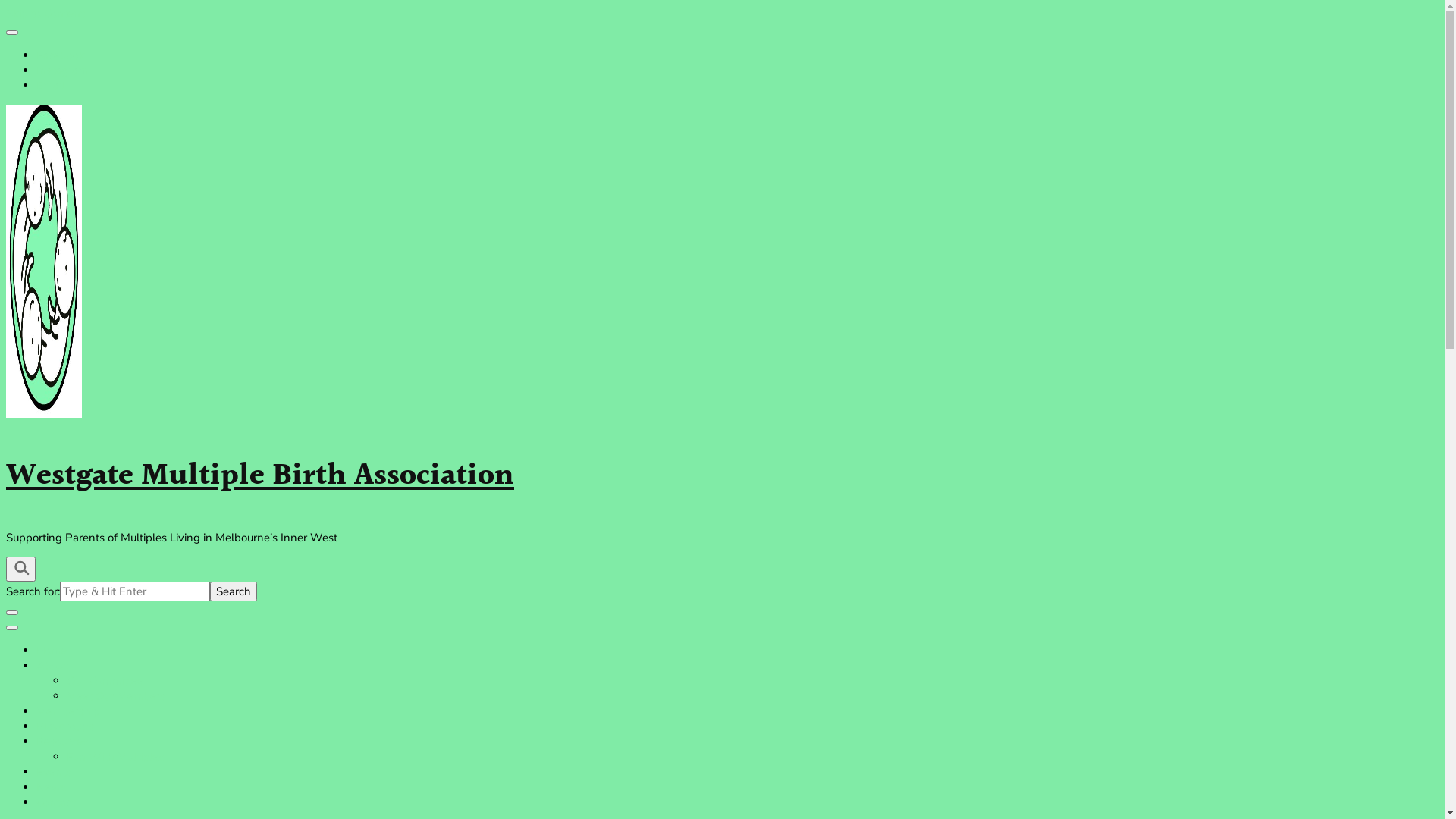 This screenshot has height=819, width=1456. What do you see at coordinates (36, 665) in the screenshot?
I see `'About'` at bounding box center [36, 665].